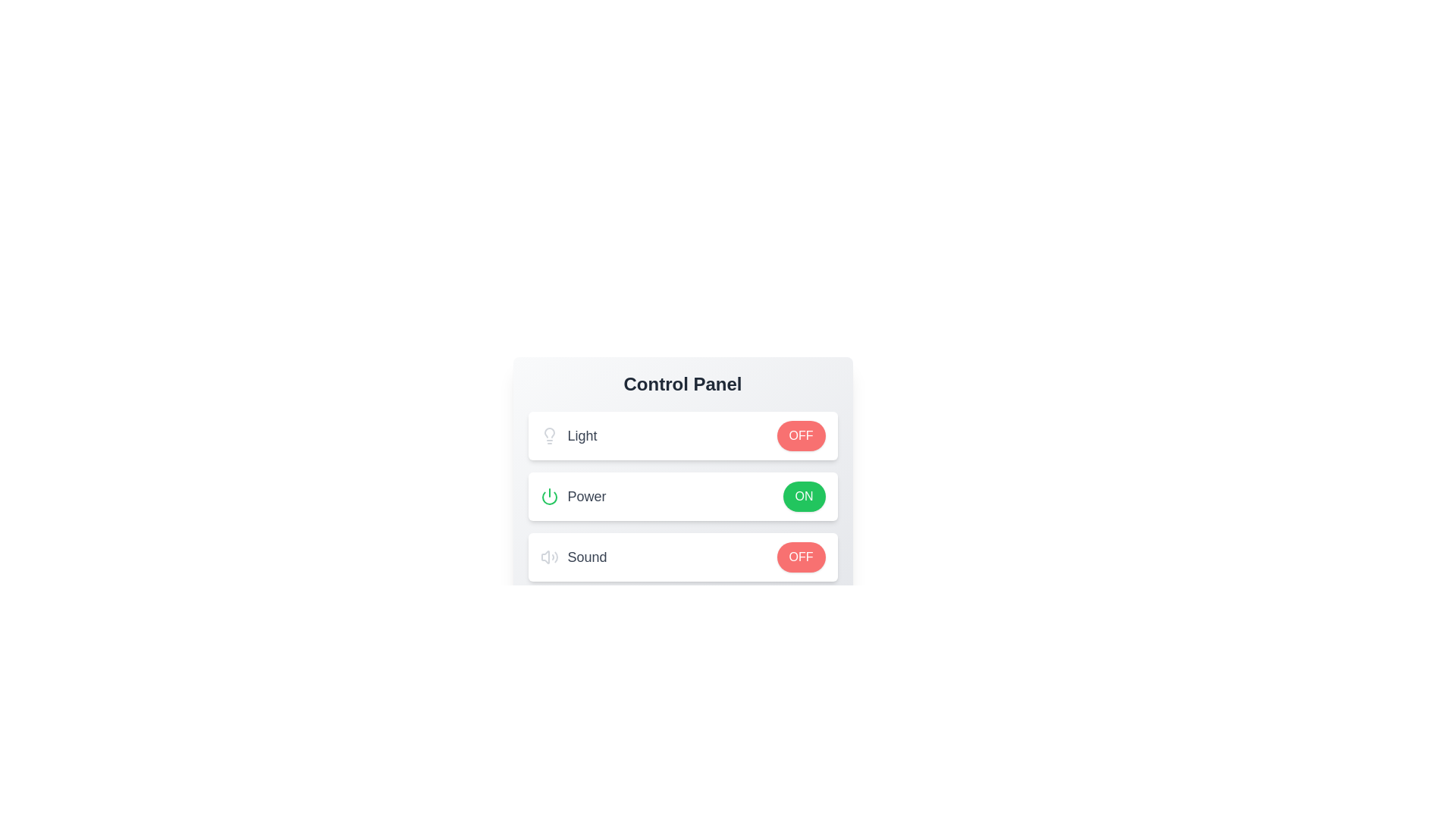  I want to click on button corresponding to the control Sound and state ON, so click(803, 557).